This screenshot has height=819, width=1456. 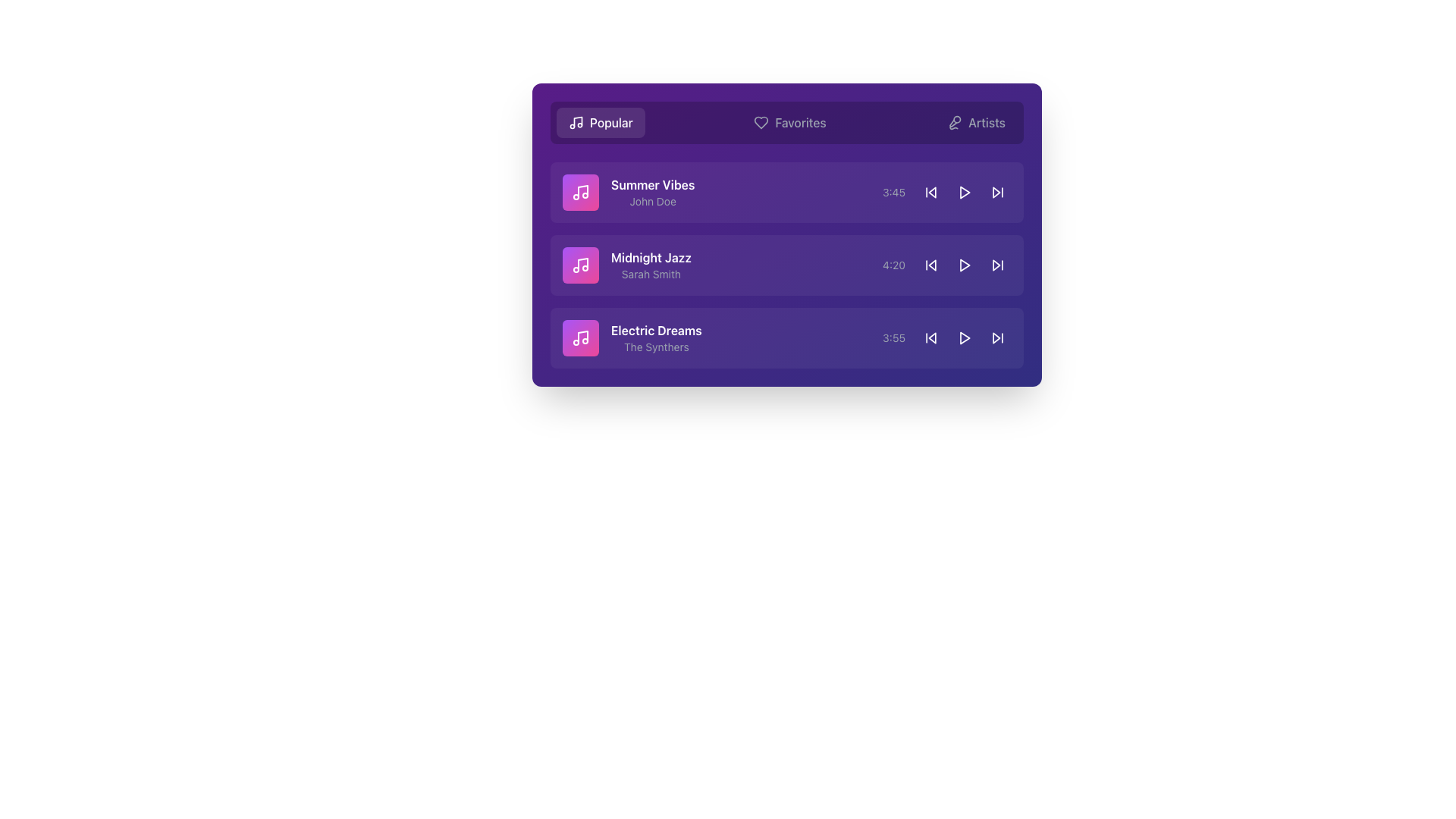 I want to click on the third music track item in the playlist, so click(x=786, y=337).